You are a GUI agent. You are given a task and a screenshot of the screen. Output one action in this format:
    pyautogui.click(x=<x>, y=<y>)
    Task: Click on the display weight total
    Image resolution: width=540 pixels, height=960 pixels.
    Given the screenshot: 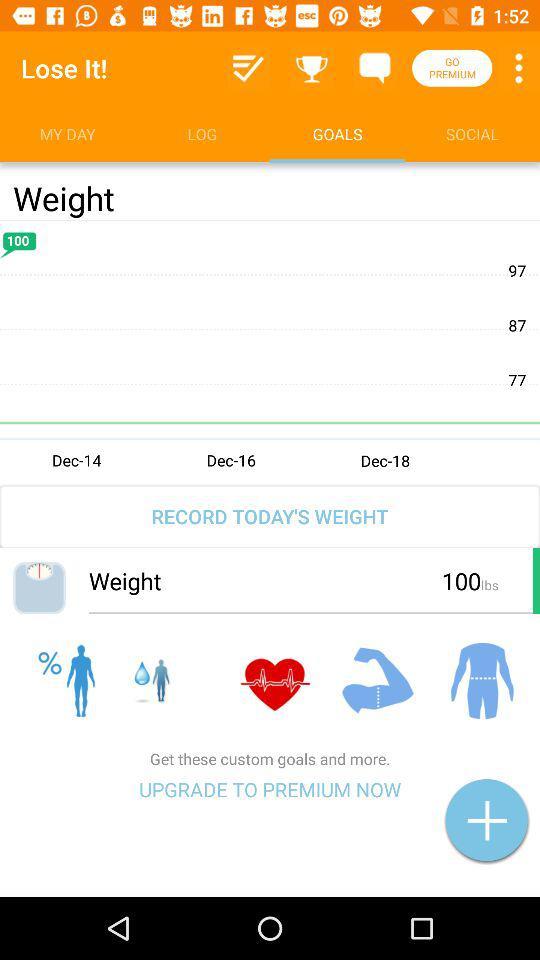 What is the action you would take?
    pyautogui.click(x=270, y=351)
    